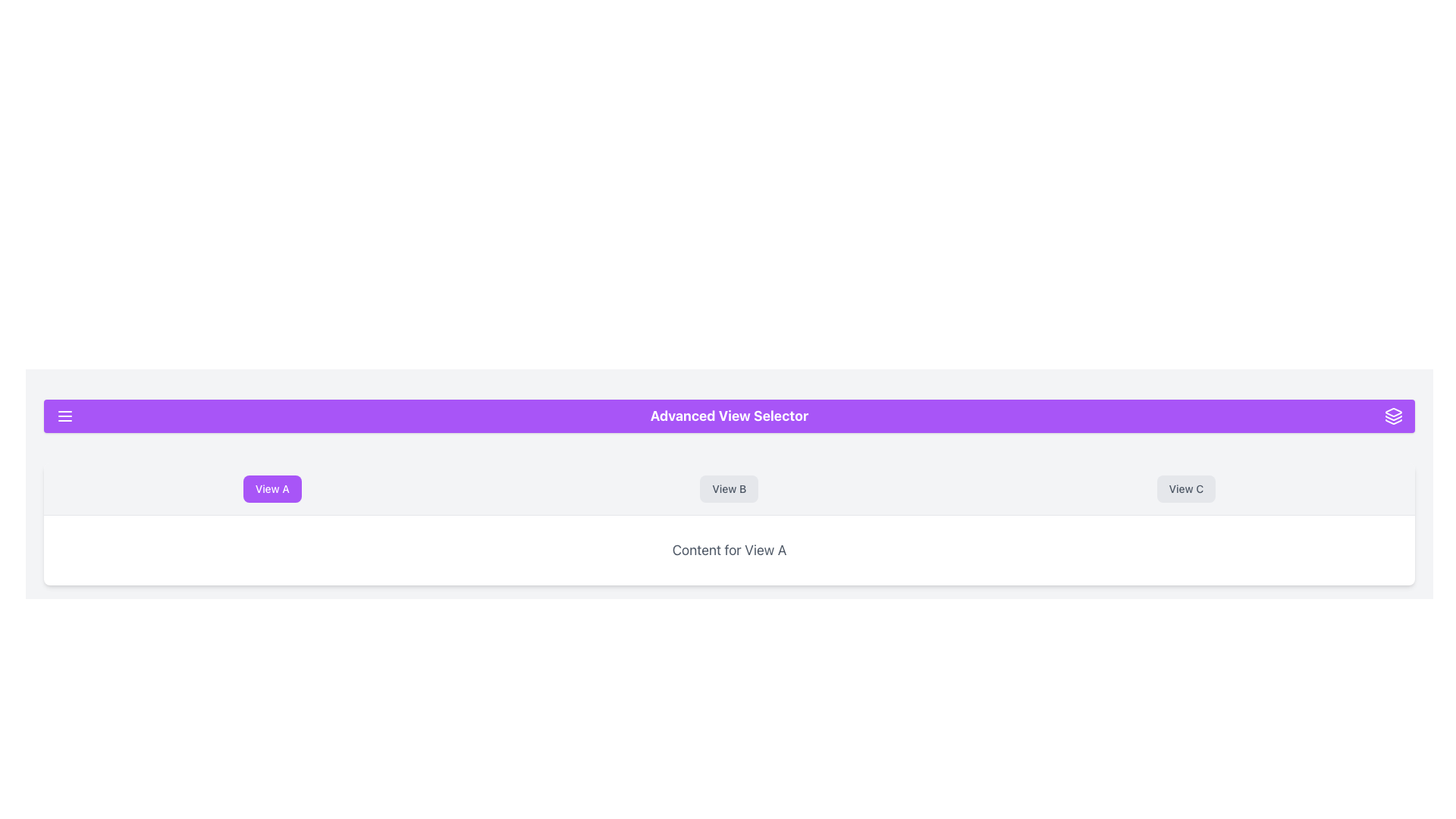 The width and height of the screenshot is (1456, 819). What do you see at coordinates (64, 416) in the screenshot?
I see `the leftmost hamburger icon with purple highlights on the purple bar` at bounding box center [64, 416].